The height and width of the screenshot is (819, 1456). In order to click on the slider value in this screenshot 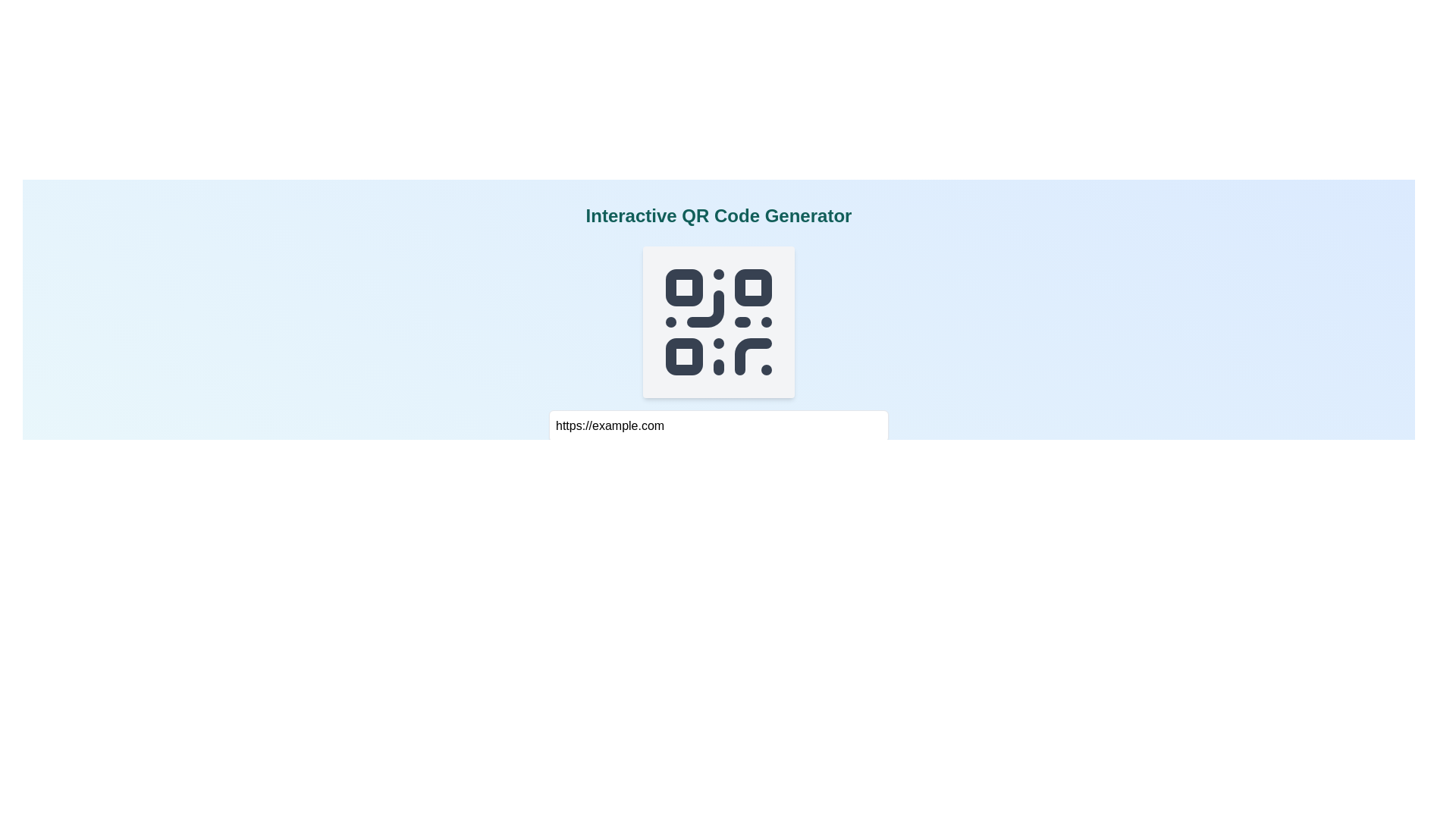, I will do `click(792, 459)`.